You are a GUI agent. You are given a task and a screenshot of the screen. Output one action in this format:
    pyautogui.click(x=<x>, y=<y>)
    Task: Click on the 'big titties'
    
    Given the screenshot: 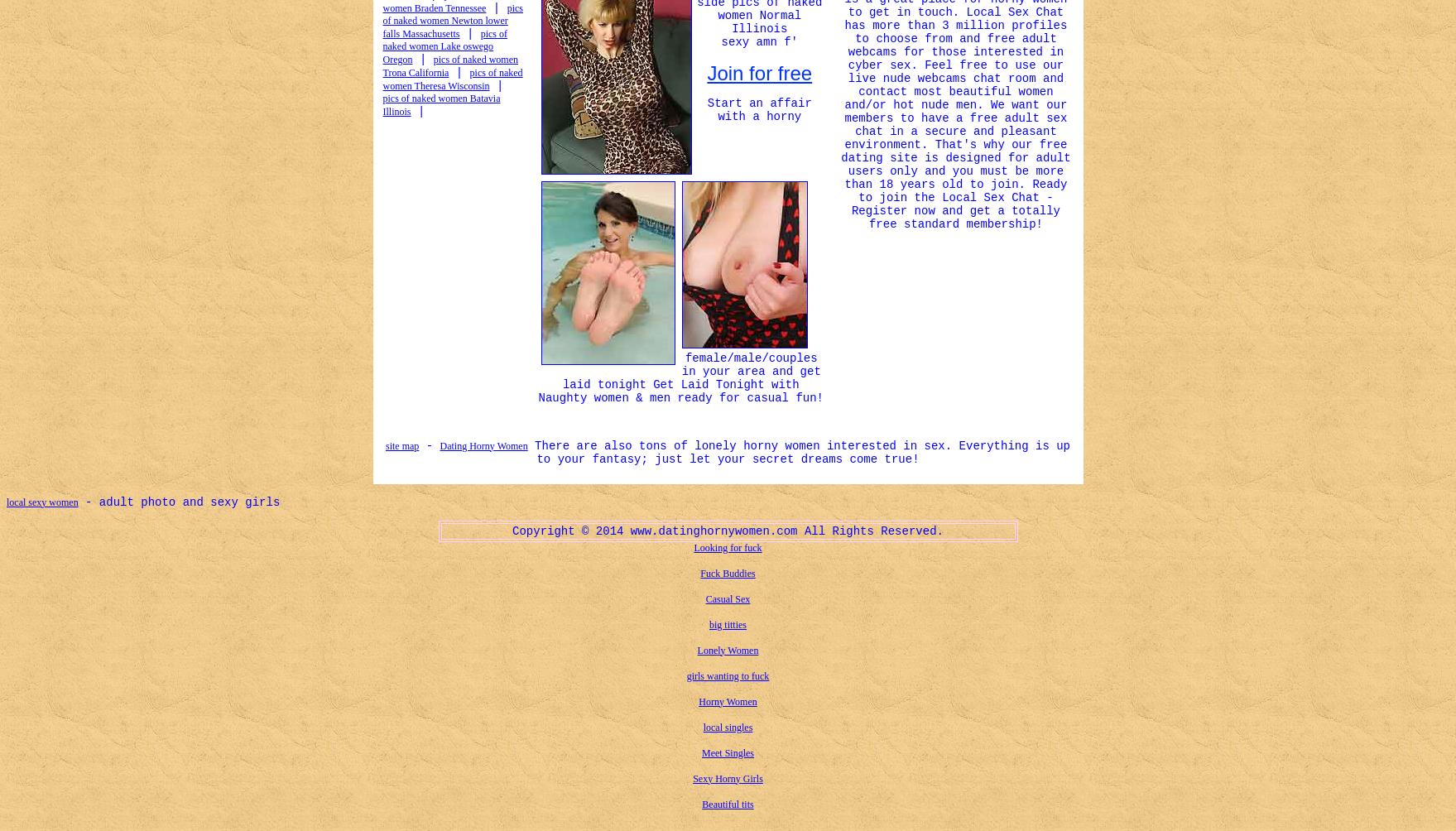 What is the action you would take?
    pyautogui.click(x=728, y=624)
    